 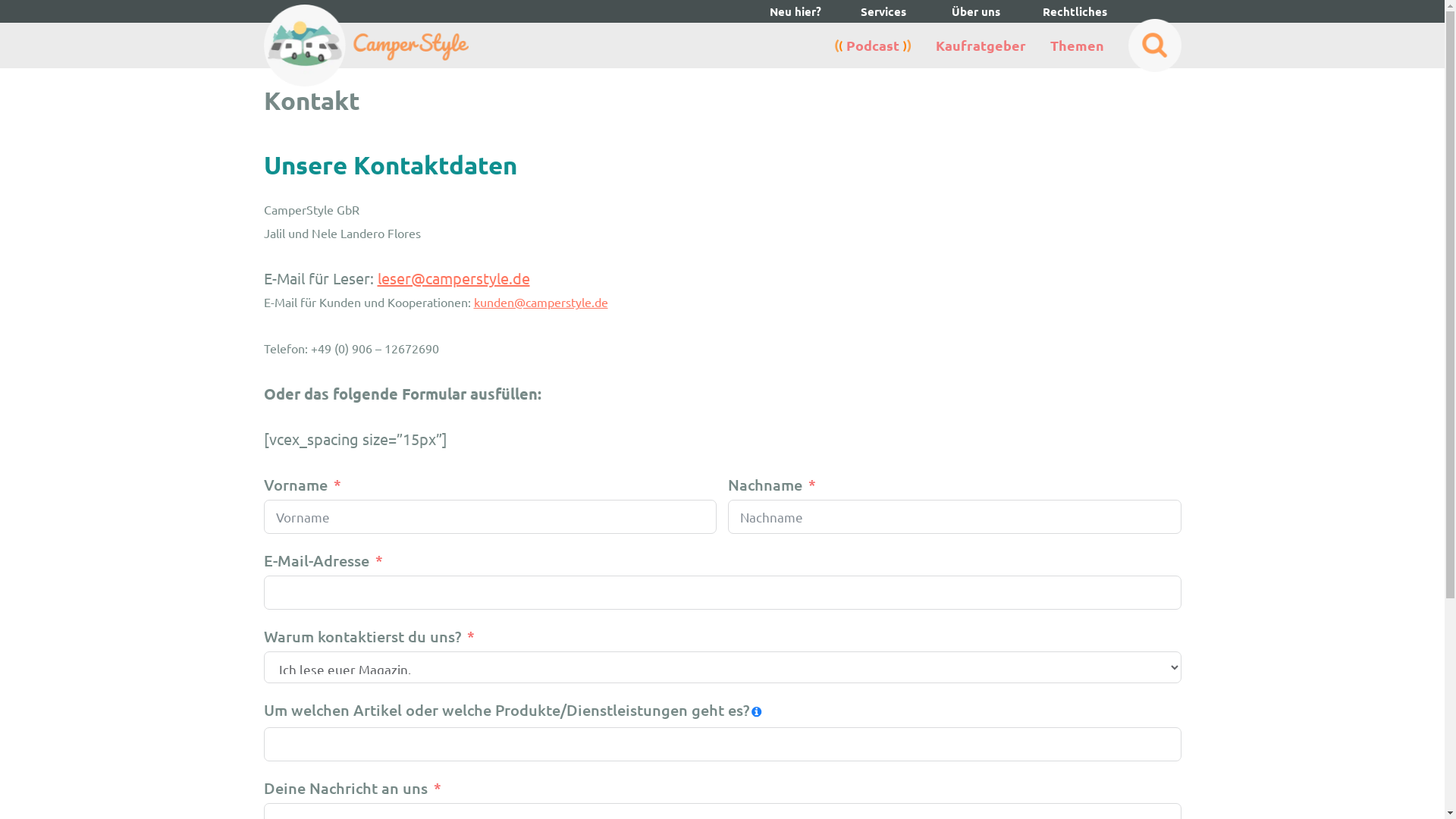 I want to click on 'Neu hier?', so click(x=803, y=11).